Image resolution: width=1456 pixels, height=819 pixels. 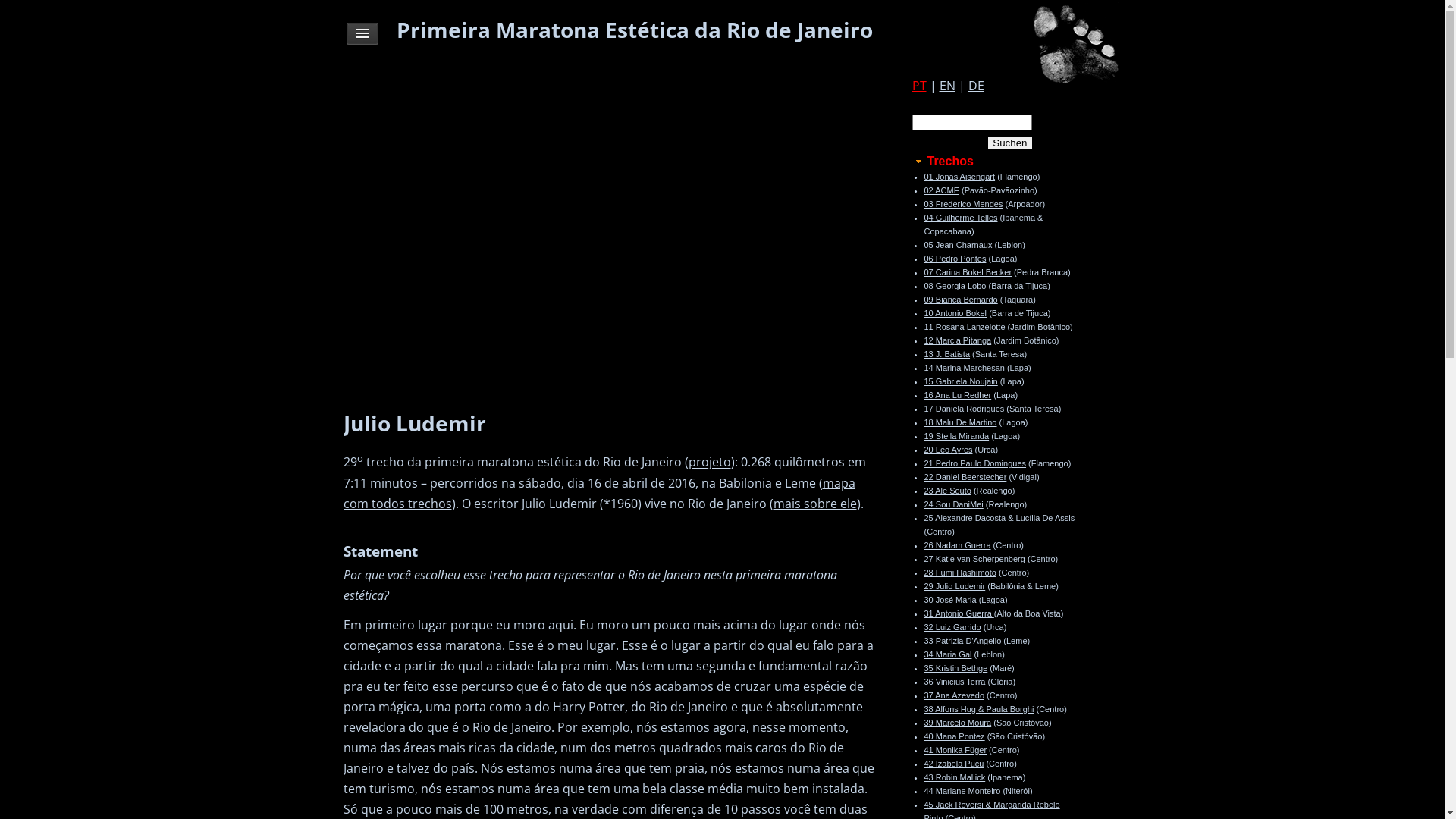 I want to click on '29 Julio Ludemir', so click(x=923, y=585).